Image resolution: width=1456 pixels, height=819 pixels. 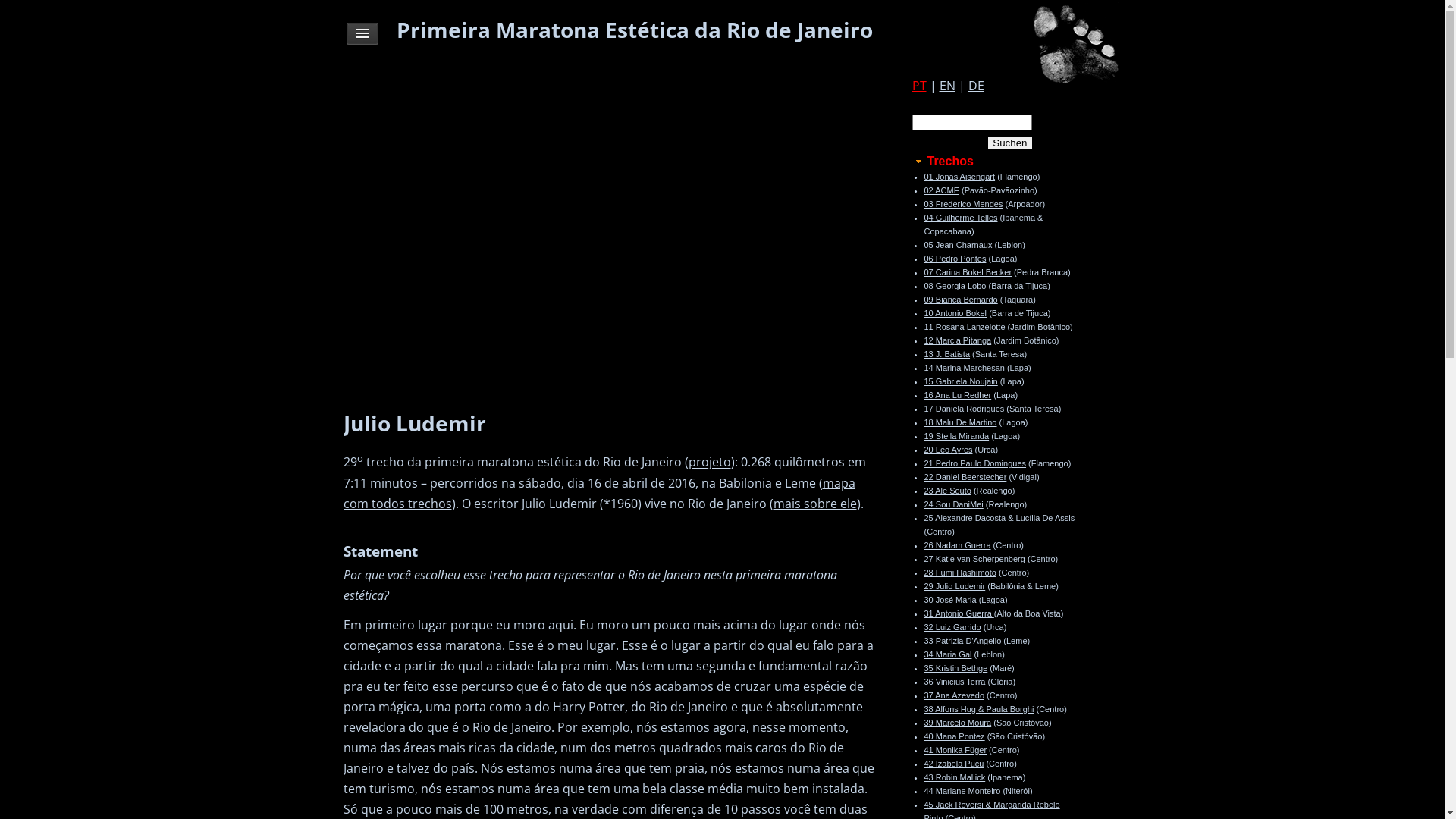 I want to click on '29 Julio Ludemir', so click(x=923, y=585).